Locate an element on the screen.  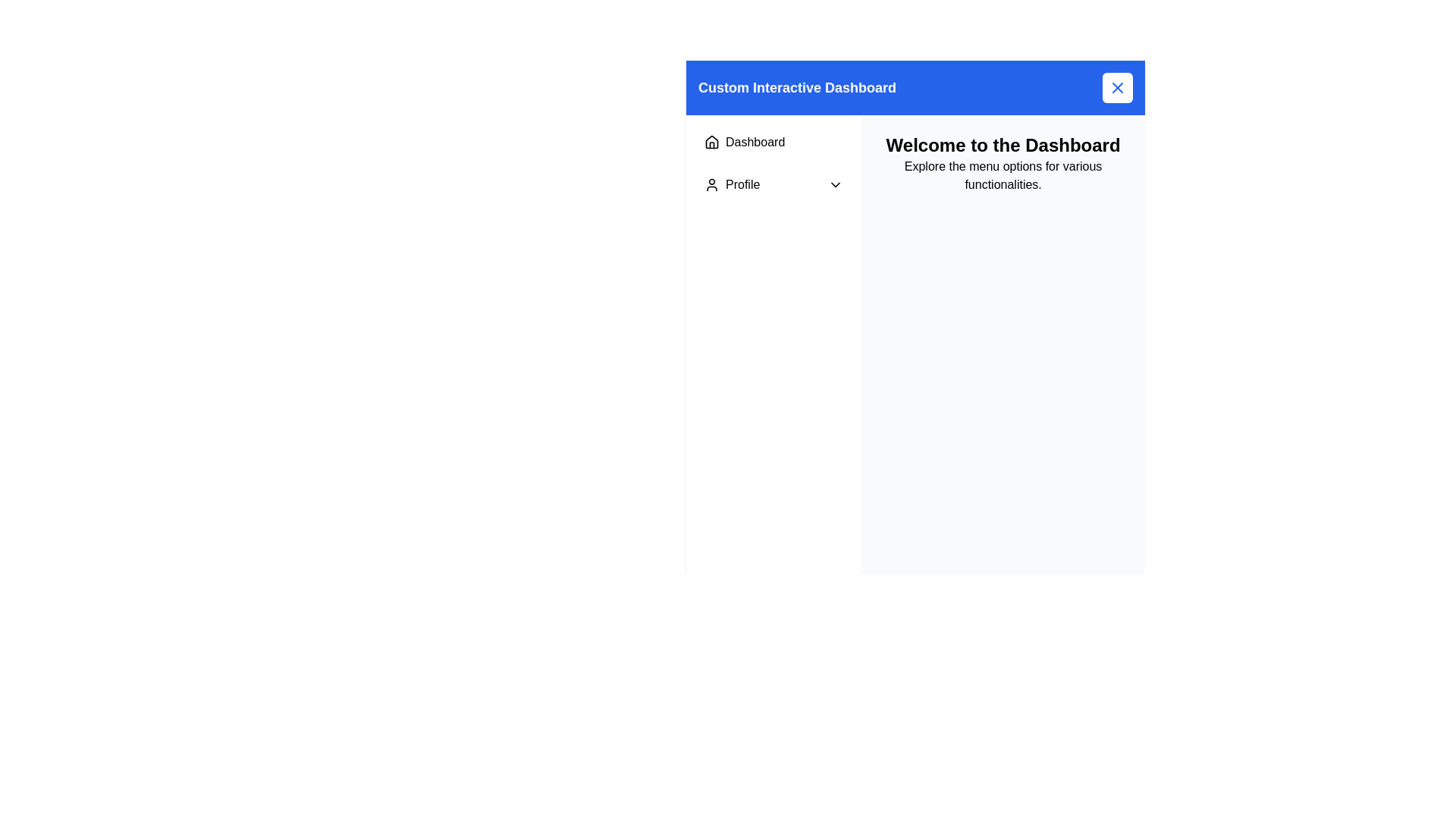
the 'Profile' navigation menu item, which features a user icon and is located below the 'Dashboard' entry in the vertical sidebar is located at coordinates (732, 184).